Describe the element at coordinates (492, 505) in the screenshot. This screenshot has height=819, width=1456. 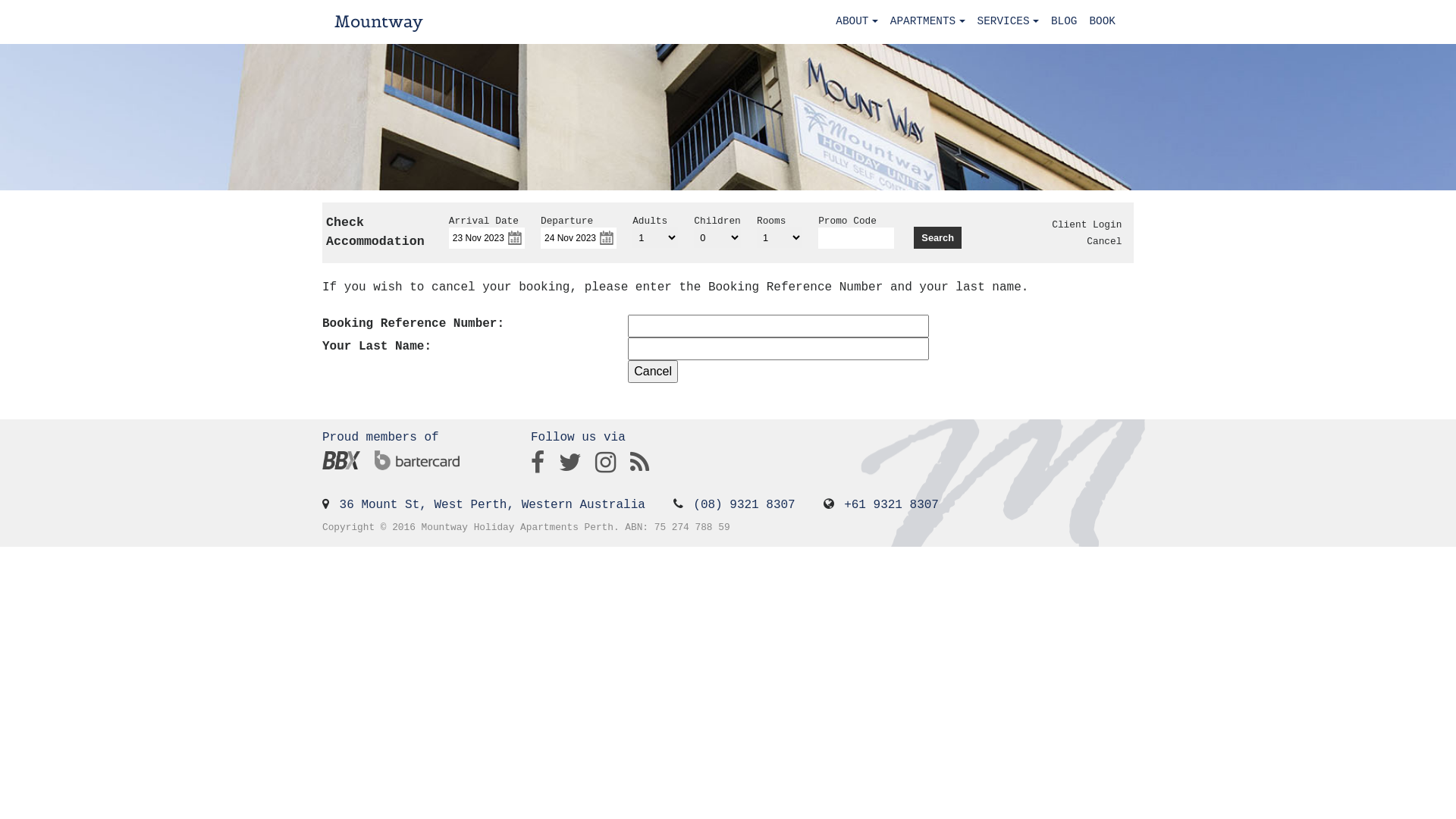
I see `'36 Mount St, West Perth, Western Australia'` at that location.